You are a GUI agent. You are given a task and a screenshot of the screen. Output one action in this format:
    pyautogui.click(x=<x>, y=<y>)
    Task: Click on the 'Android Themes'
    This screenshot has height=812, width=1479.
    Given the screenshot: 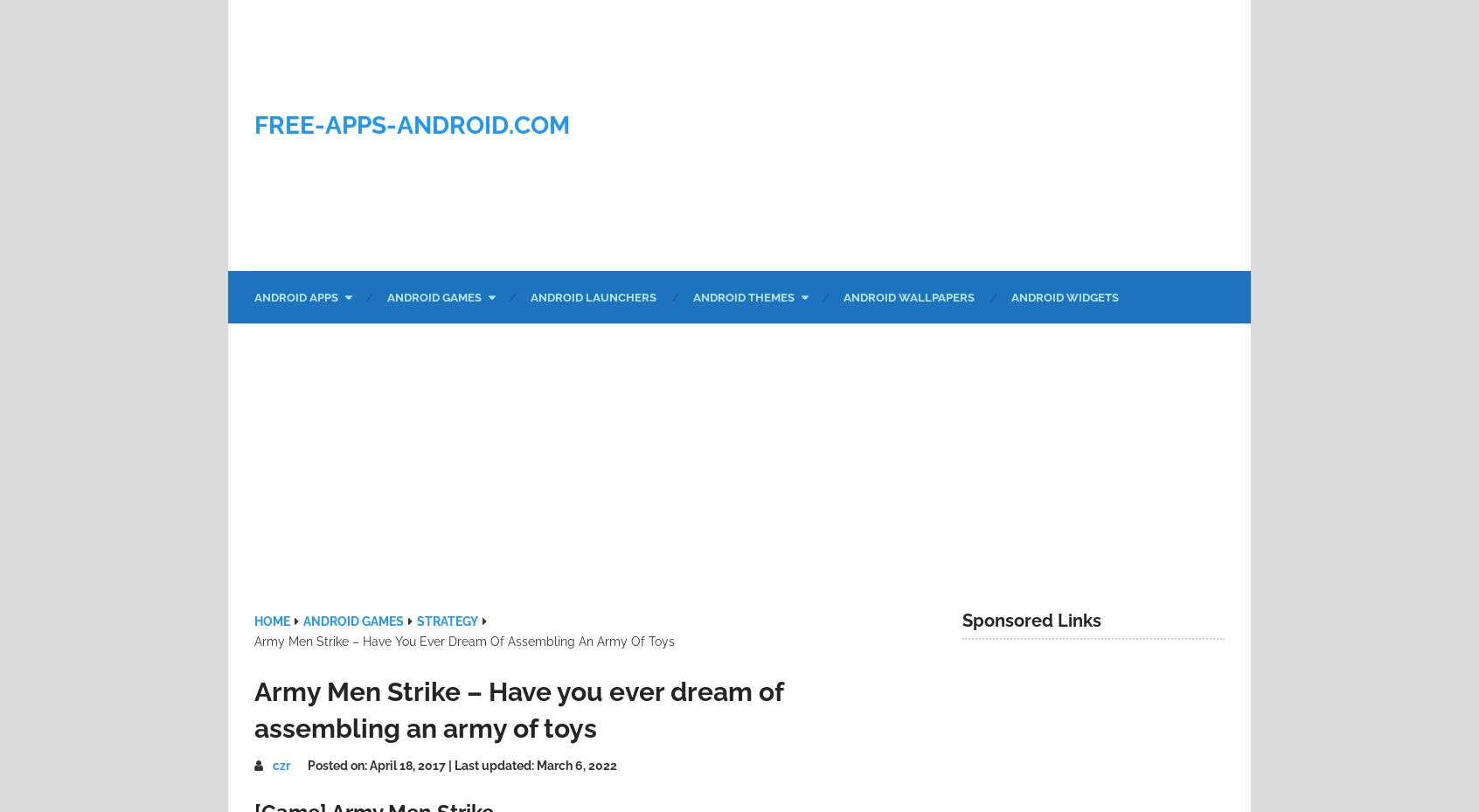 What is the action you would take?
    pyautogui.click(x=693, y=296)
    